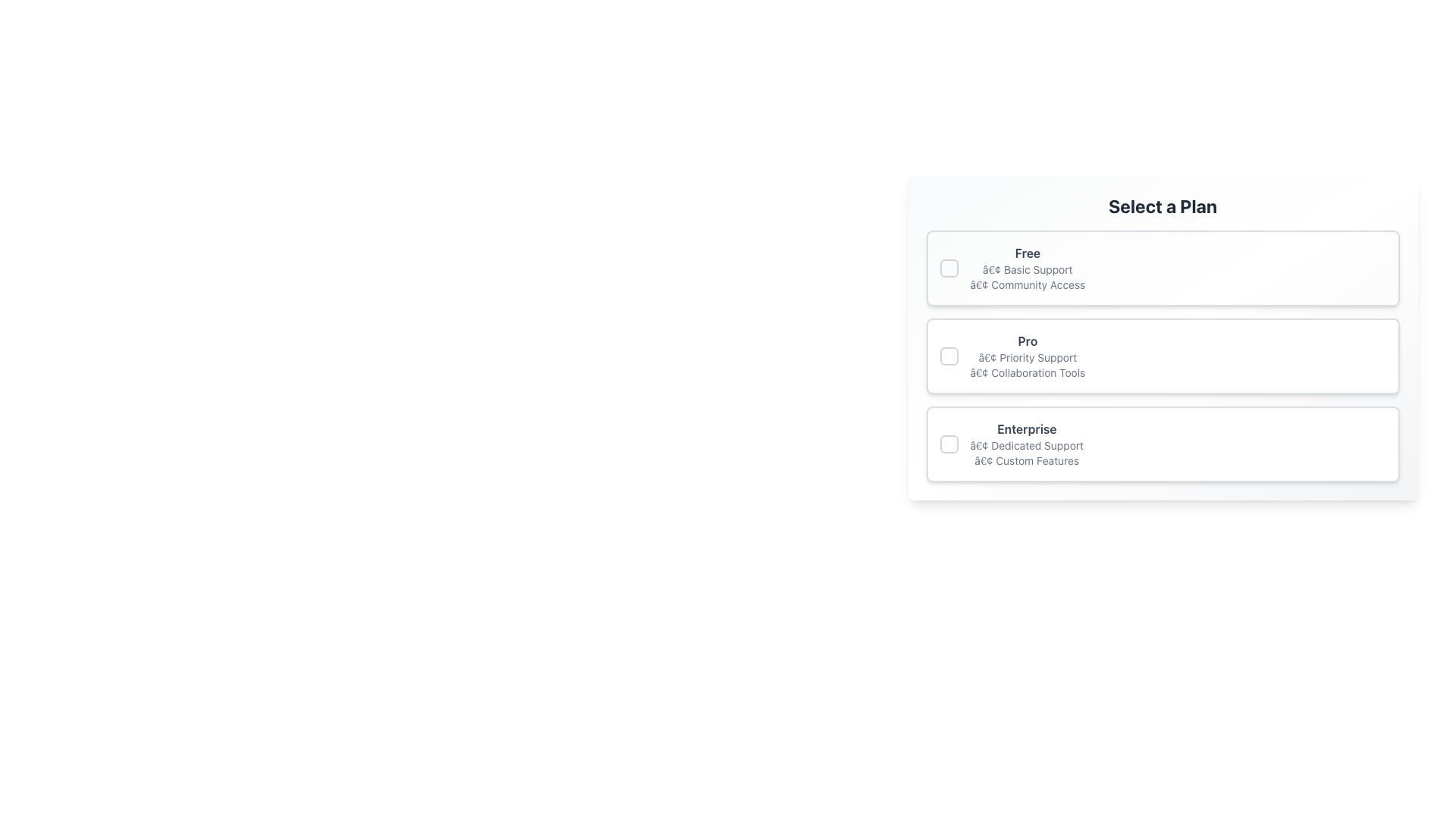  I want to click on the bold-styled label with the text 'Pro' displayed in gray color, located in the second grouping of selectable plans, so click(1028, 341).